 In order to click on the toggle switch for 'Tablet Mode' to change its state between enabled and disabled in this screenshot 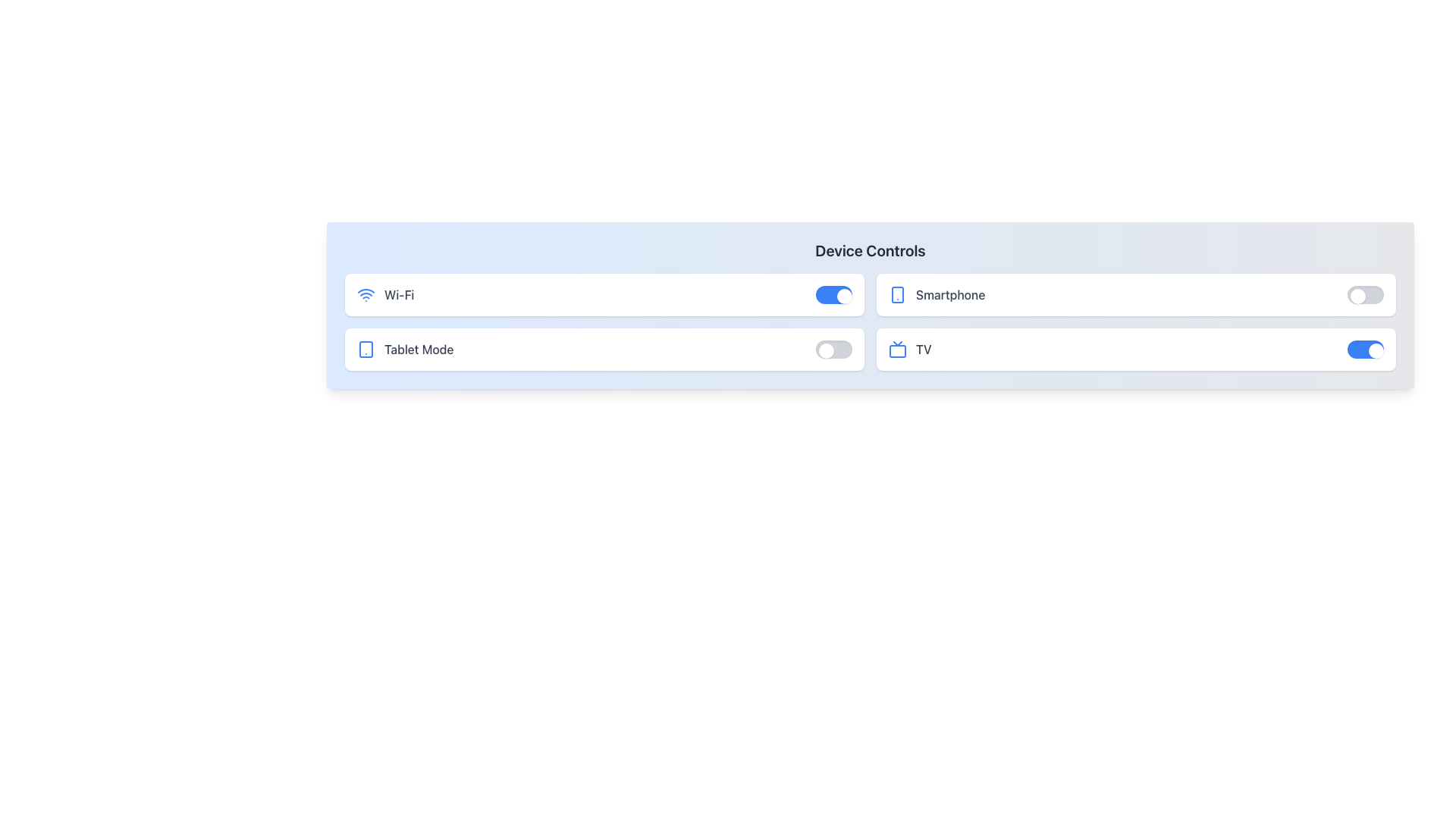, I will do `click(833, 350)`.